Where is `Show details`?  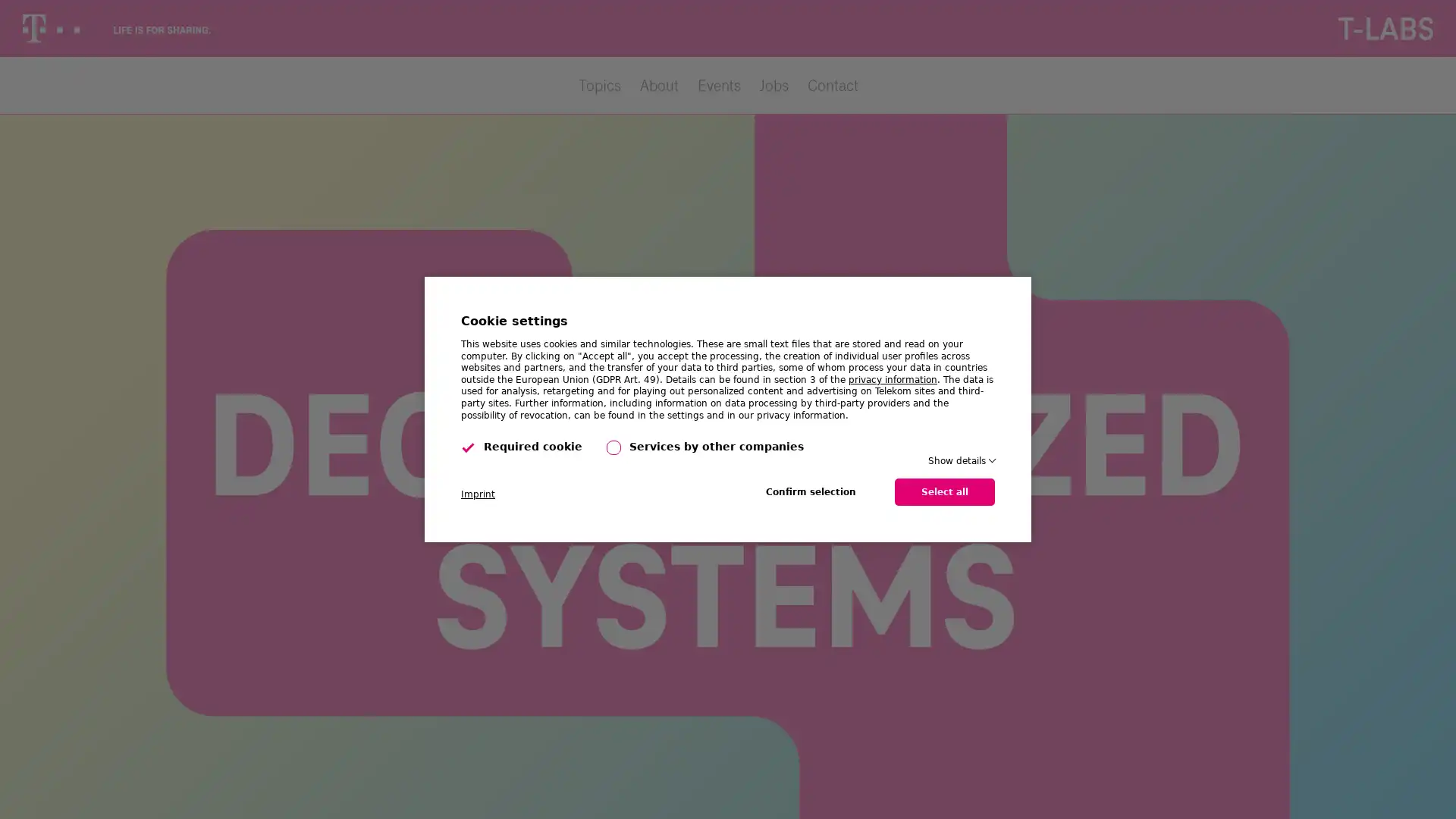 Show details is located at coordinates (960, 460).